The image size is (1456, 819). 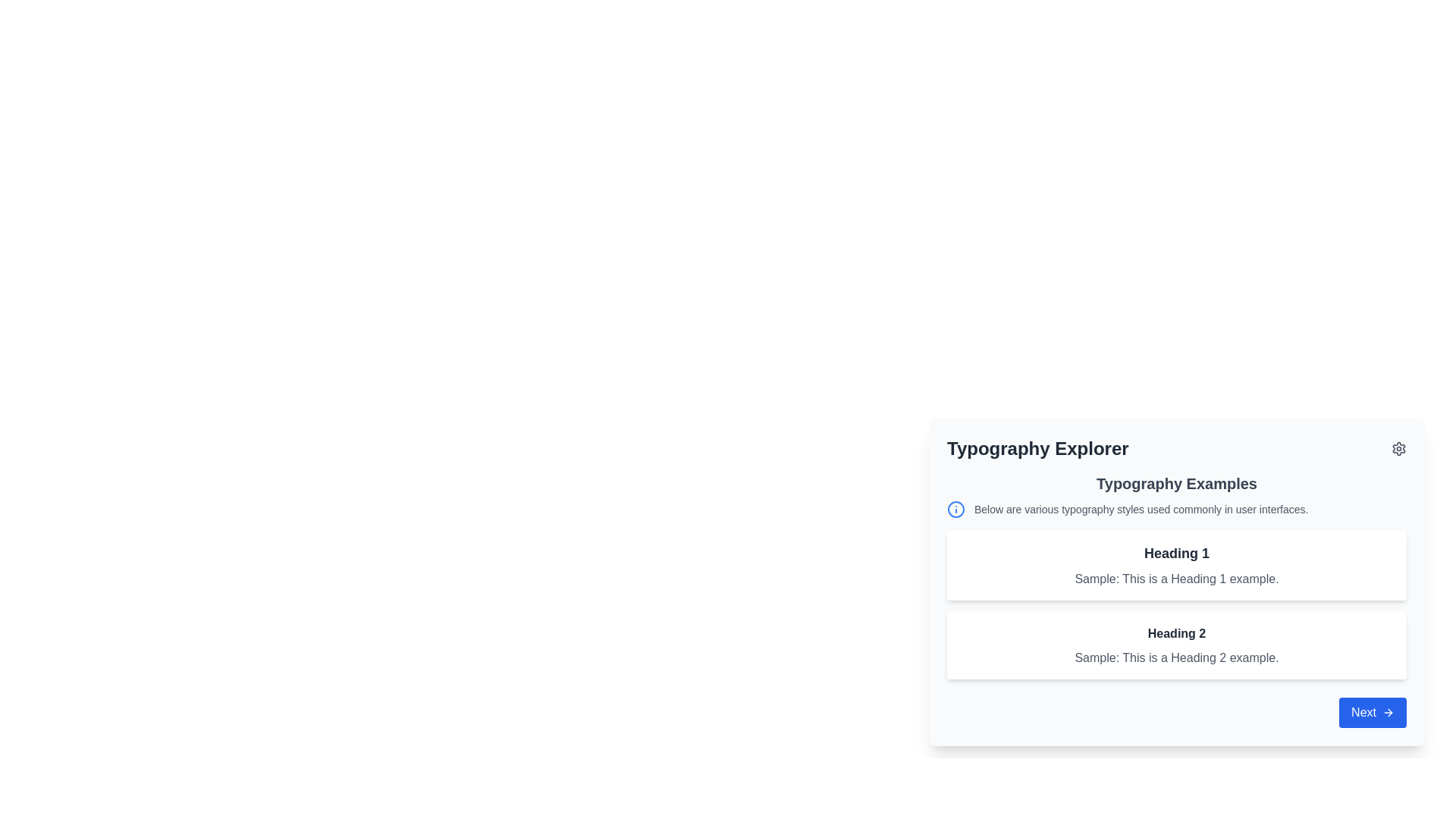 I want to click on the Heading text element in the header section of the card, so click(x=1037, y=447).